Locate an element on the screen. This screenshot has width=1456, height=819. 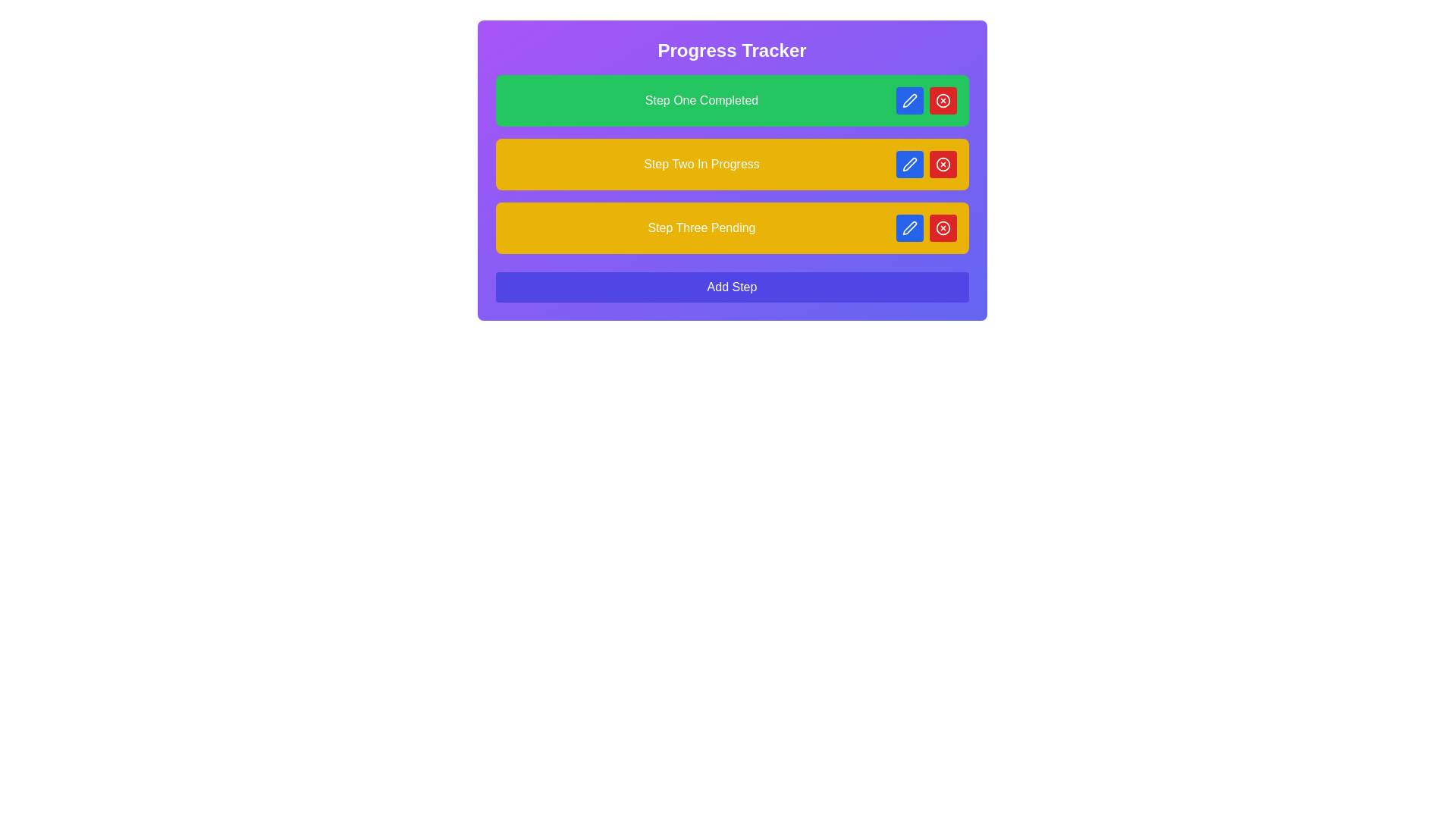
the delete/remove icon located at the far right of the 'Step Two In Progress' row is located at coordinates (942, 164).